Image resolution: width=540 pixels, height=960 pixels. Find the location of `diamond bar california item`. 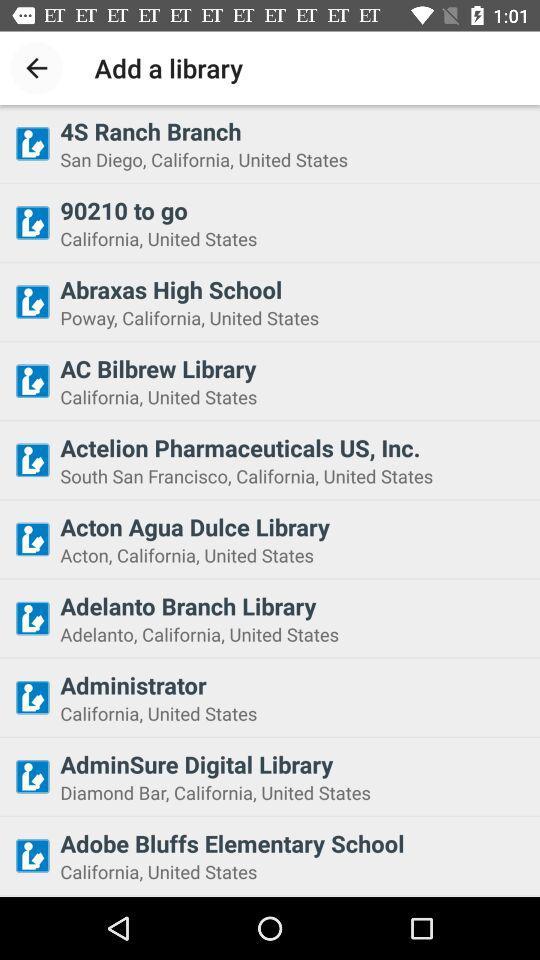

diamond bar california item is located at coordinates (293, 792).